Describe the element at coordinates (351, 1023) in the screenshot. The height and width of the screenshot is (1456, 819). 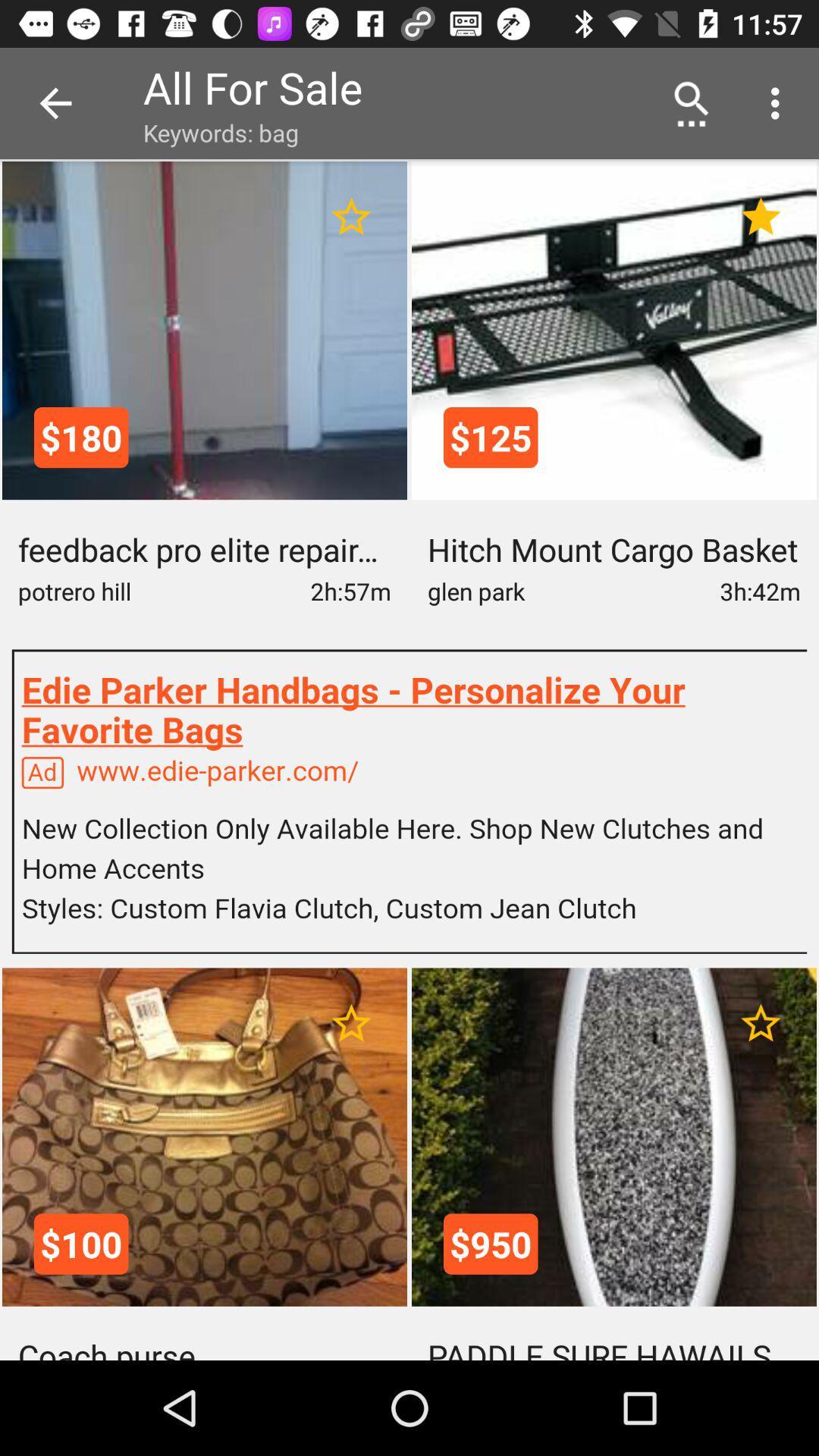
I see `the rating` at that location.